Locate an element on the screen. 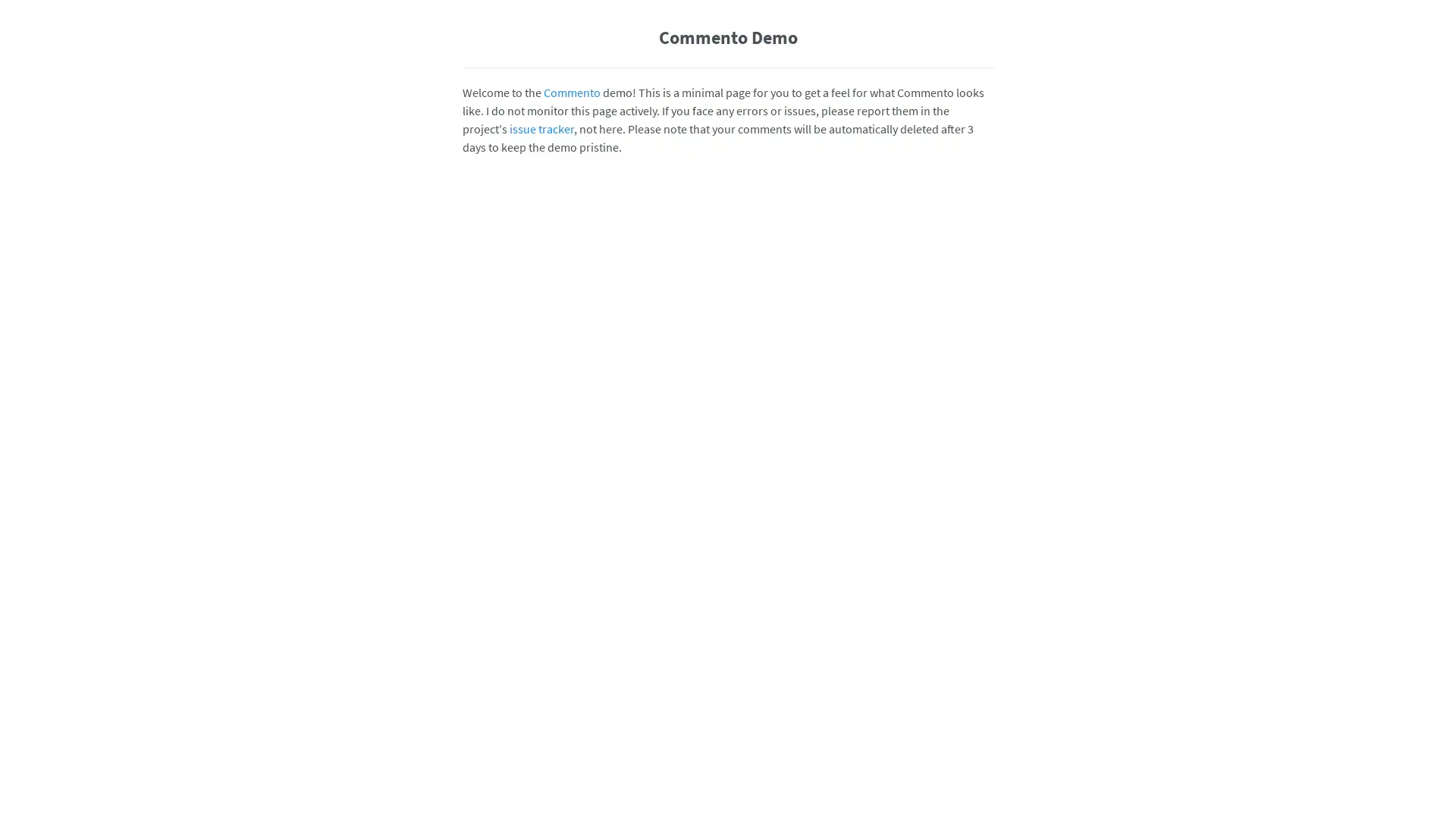 Image resolution: width=1456 pixels, height=819 pixels. Collapse children is located at coordinates (983, 417).